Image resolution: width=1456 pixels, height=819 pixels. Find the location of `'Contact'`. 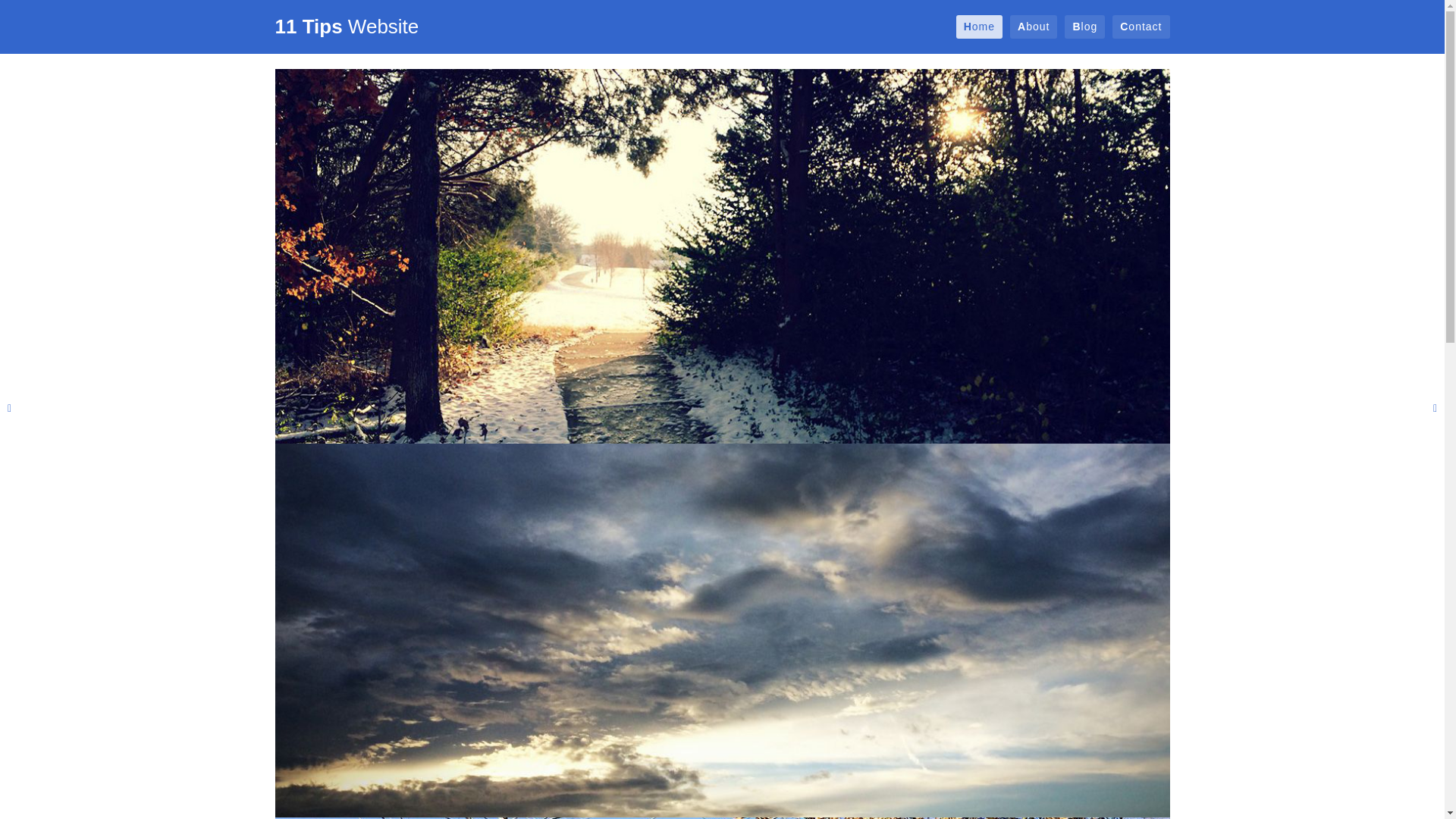

'Contact' is located at coordinates (1141, 27).